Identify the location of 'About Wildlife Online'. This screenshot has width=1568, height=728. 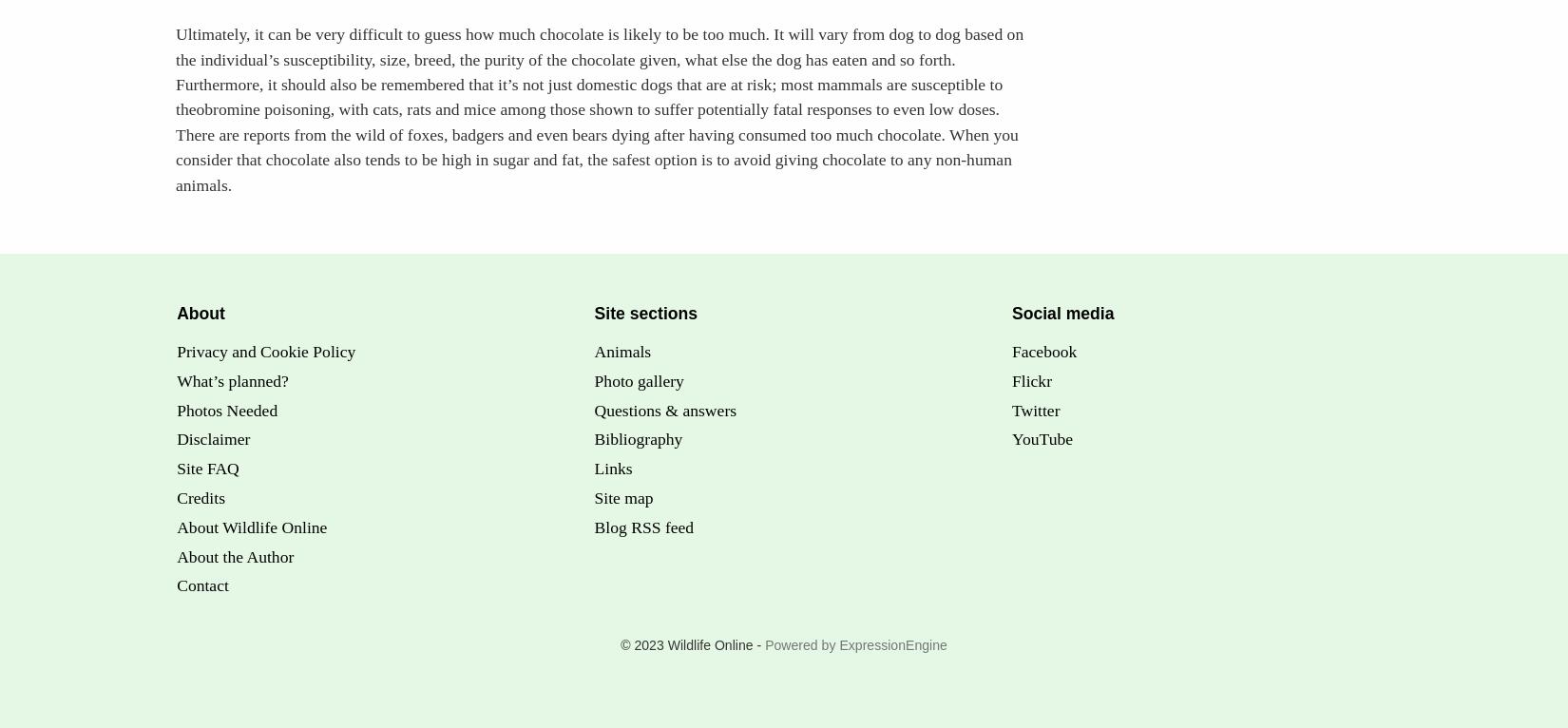
(251, 525).